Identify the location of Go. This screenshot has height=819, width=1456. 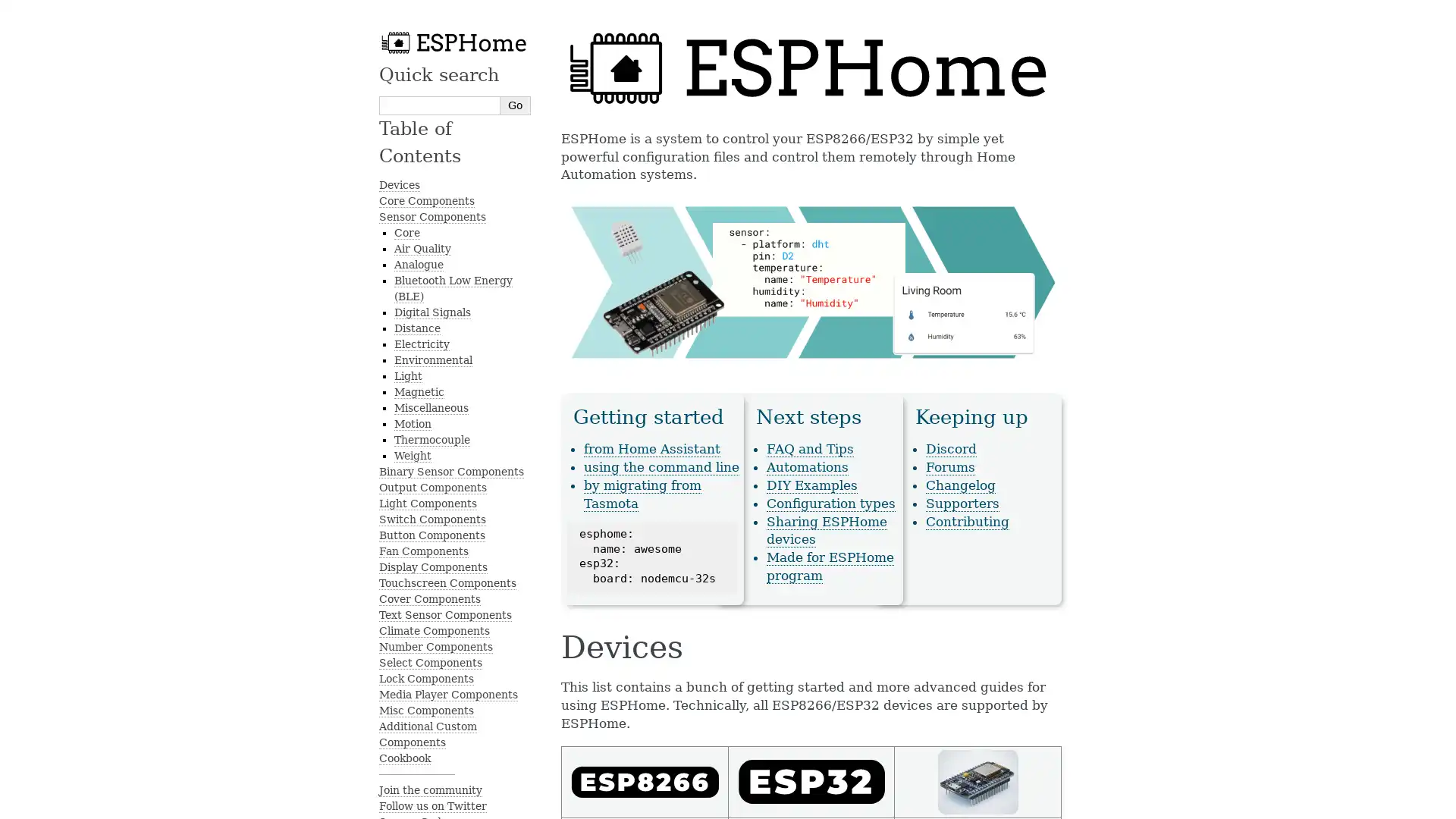
(516, 104).